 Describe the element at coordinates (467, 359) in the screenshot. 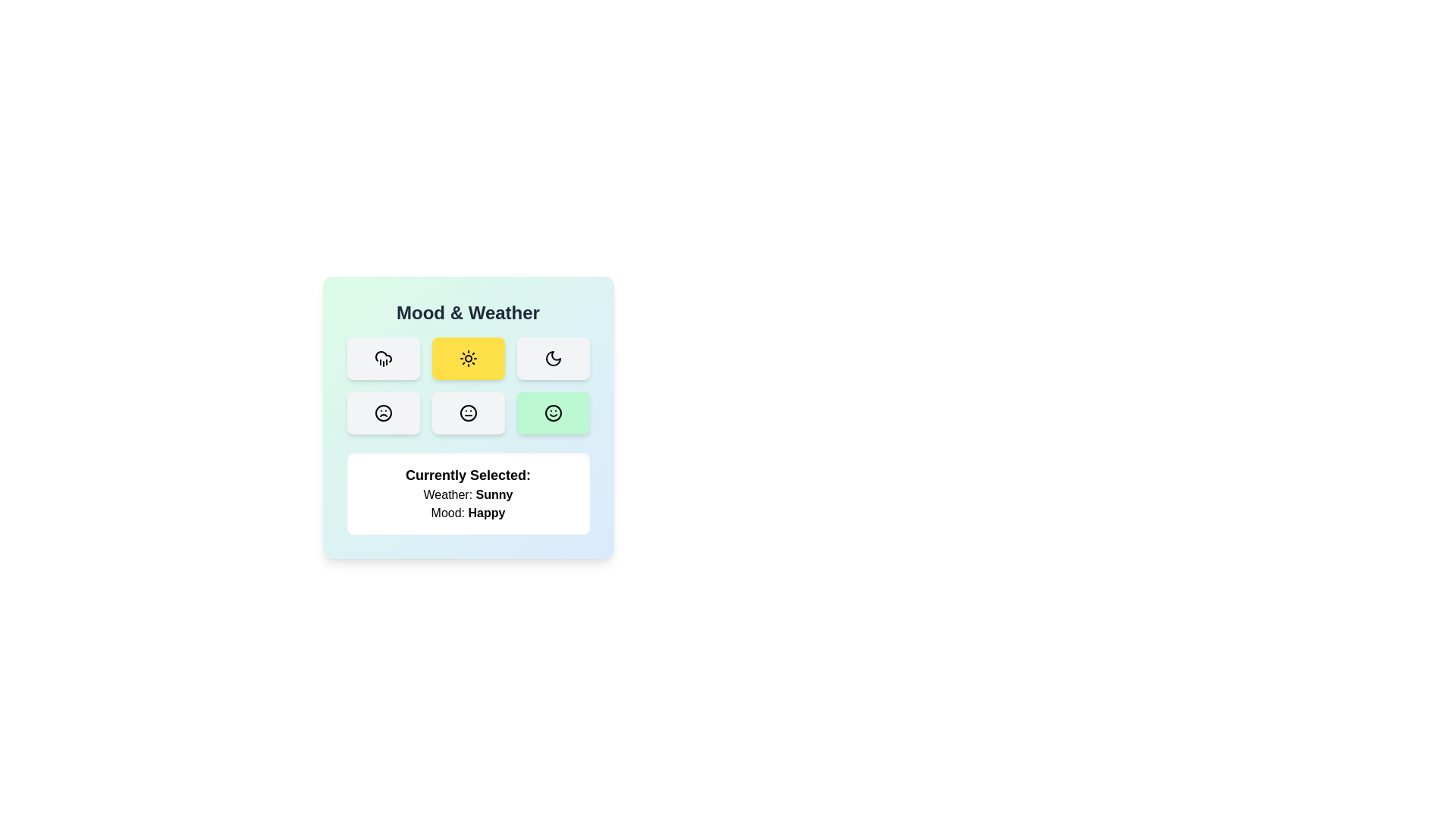

I see `the 'Sunny' weather selection button located in the top row of the middle column of the grid` at that location.